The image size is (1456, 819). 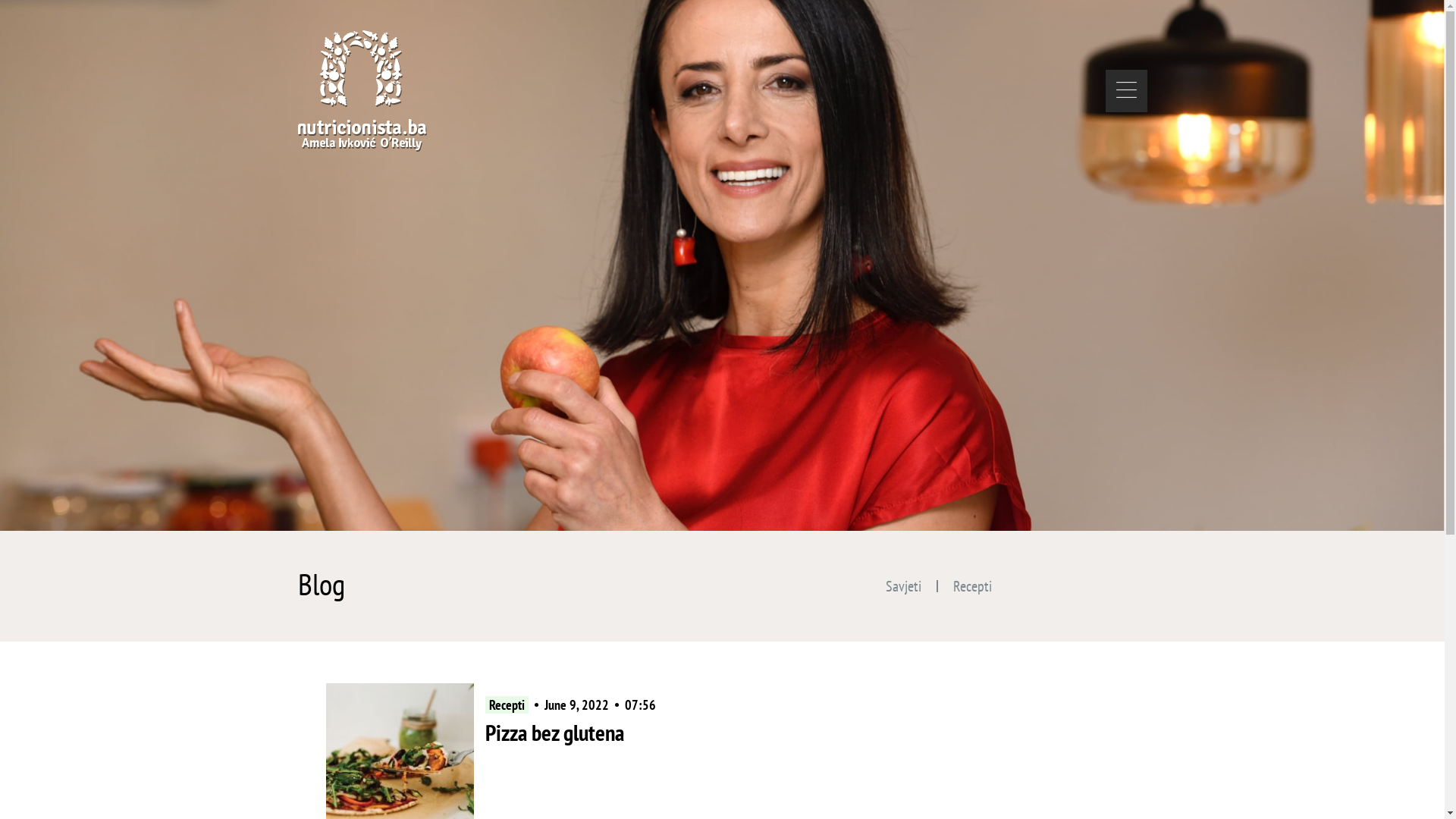 What do you see at coordinates (484, 731) in the screenshot?
I see `'Pizza bez glutena'` at bounding box center [484, 731].